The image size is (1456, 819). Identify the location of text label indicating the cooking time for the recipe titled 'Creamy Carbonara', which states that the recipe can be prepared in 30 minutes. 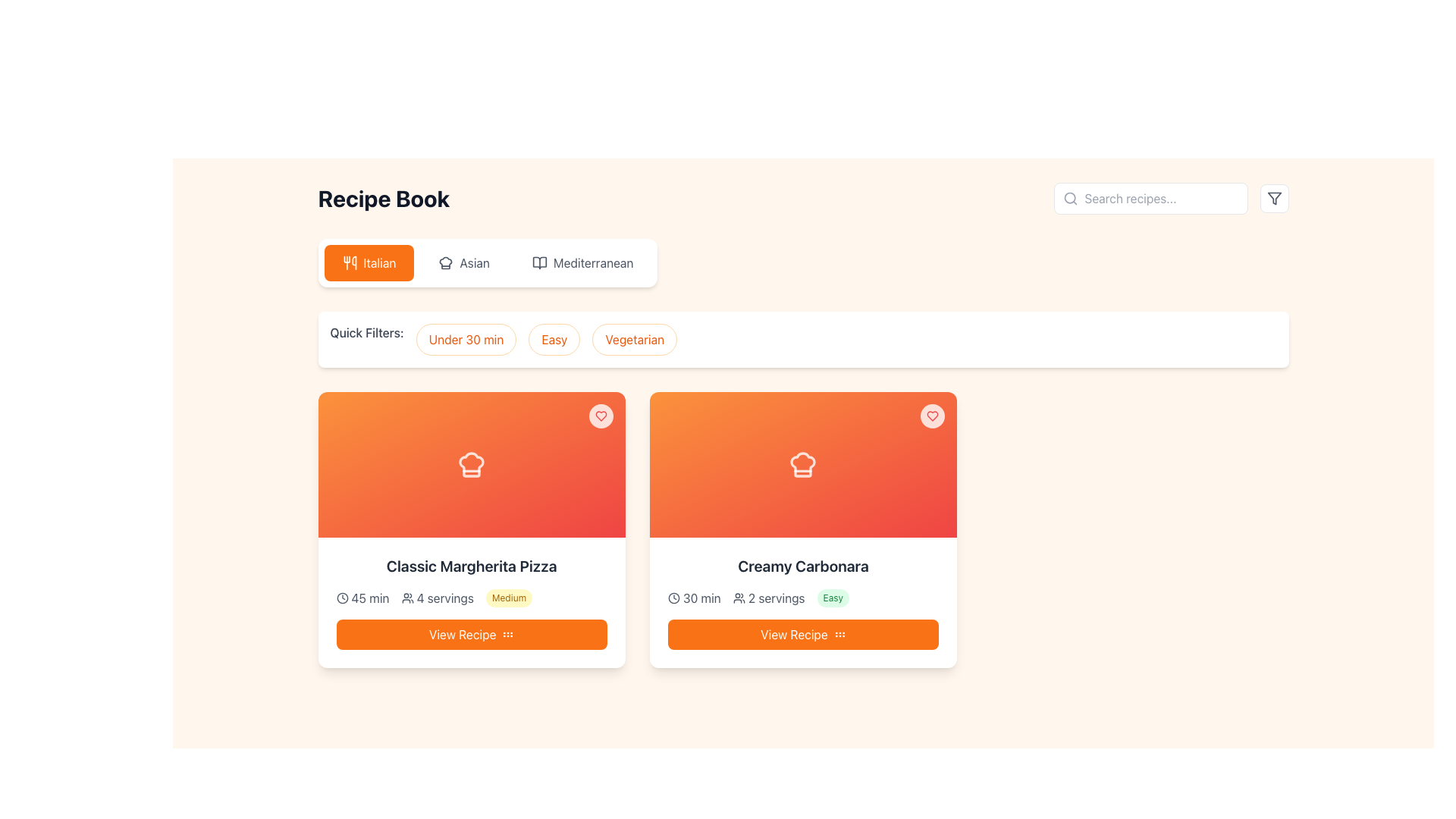
(701, 598).